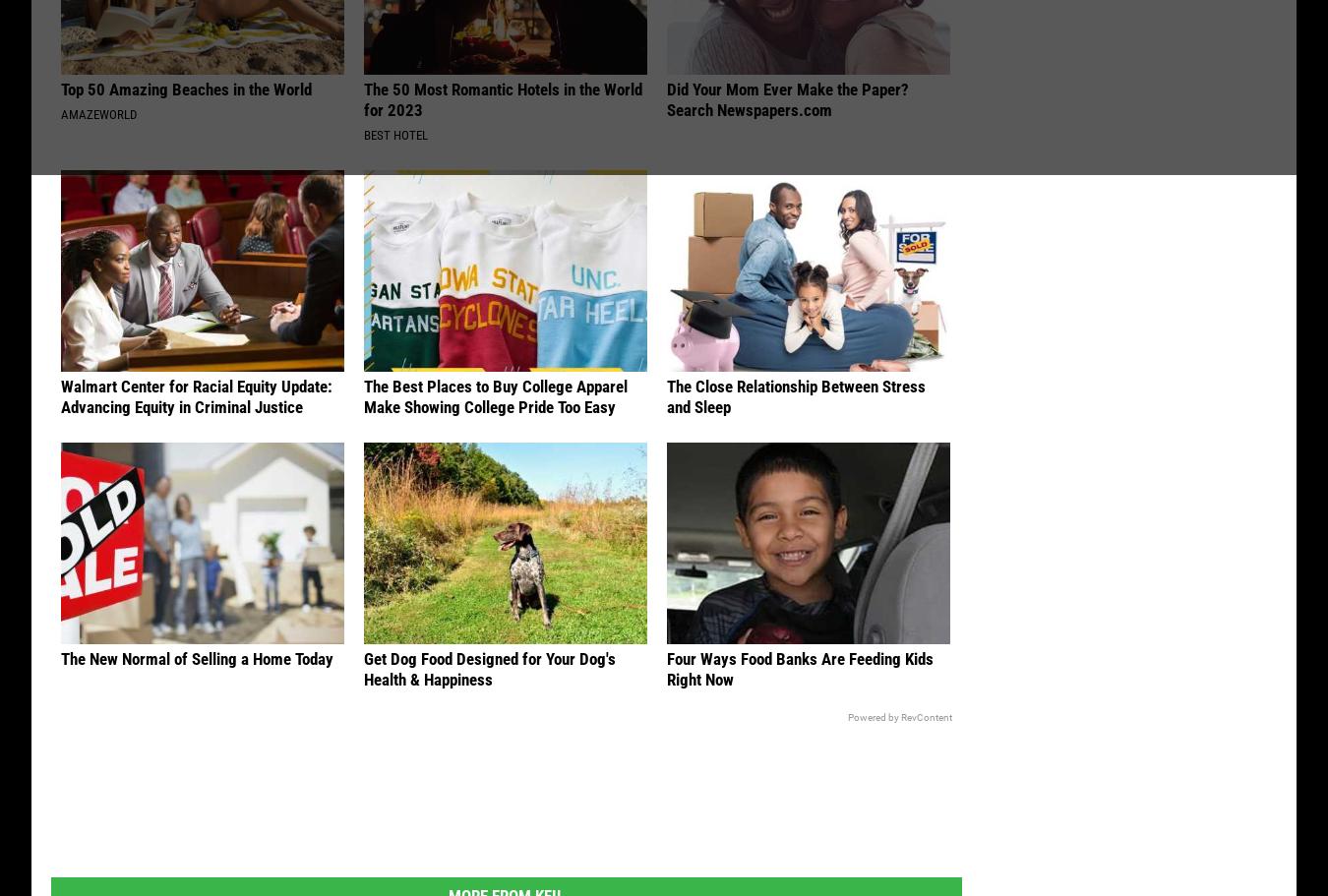  I want to click on 'Did Your Mom Ever Make the Paper? Search Newspapers.com', so click(787, 102).